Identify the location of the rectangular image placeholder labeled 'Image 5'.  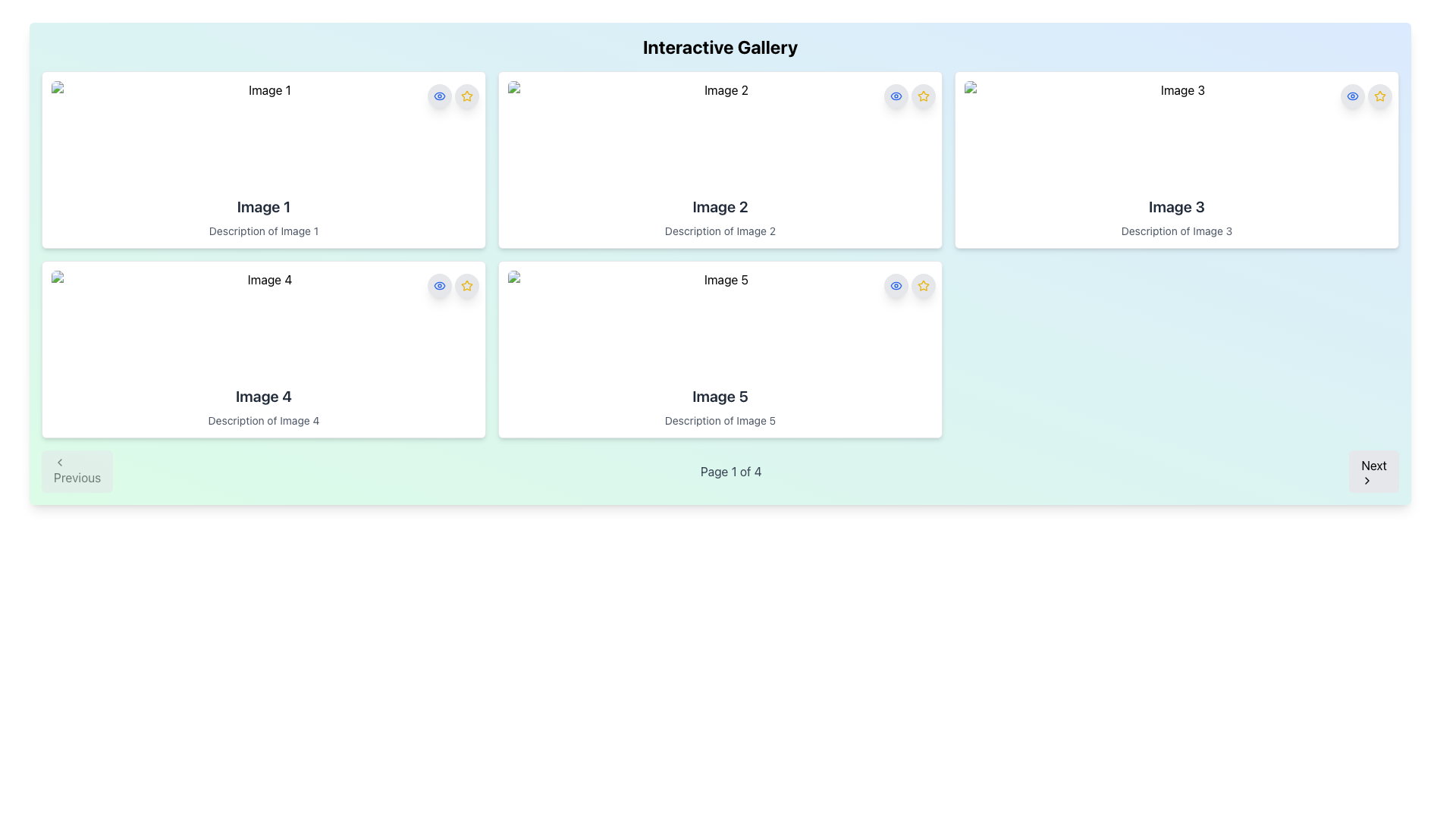
(720, 324).